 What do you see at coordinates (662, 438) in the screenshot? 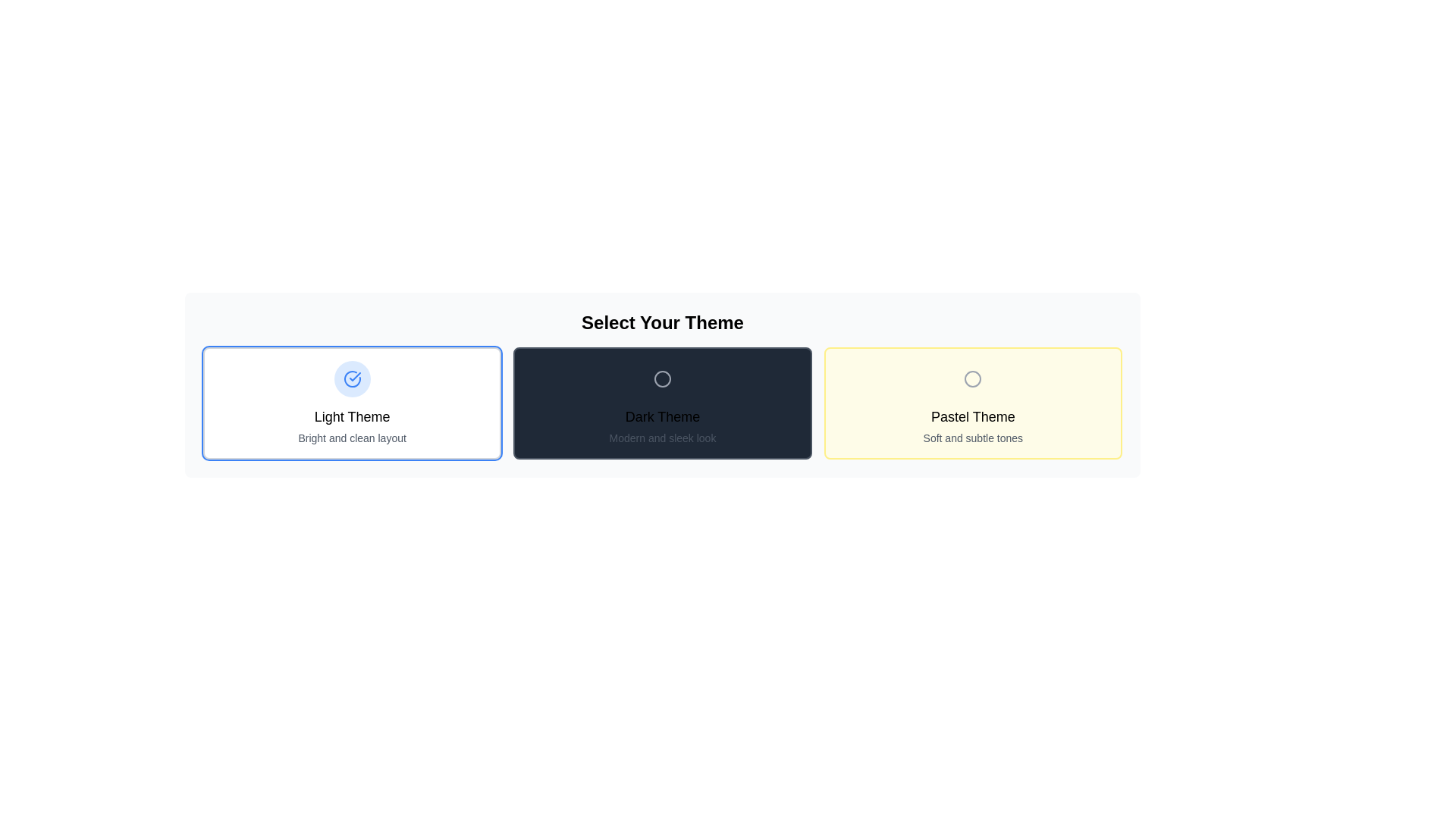
I see `the text label displaying 'Modern and sleek look', which is styled in a small, gray font and located at the bottom-center of the 'Dark Theme' card` at bounding box center [662, 438].